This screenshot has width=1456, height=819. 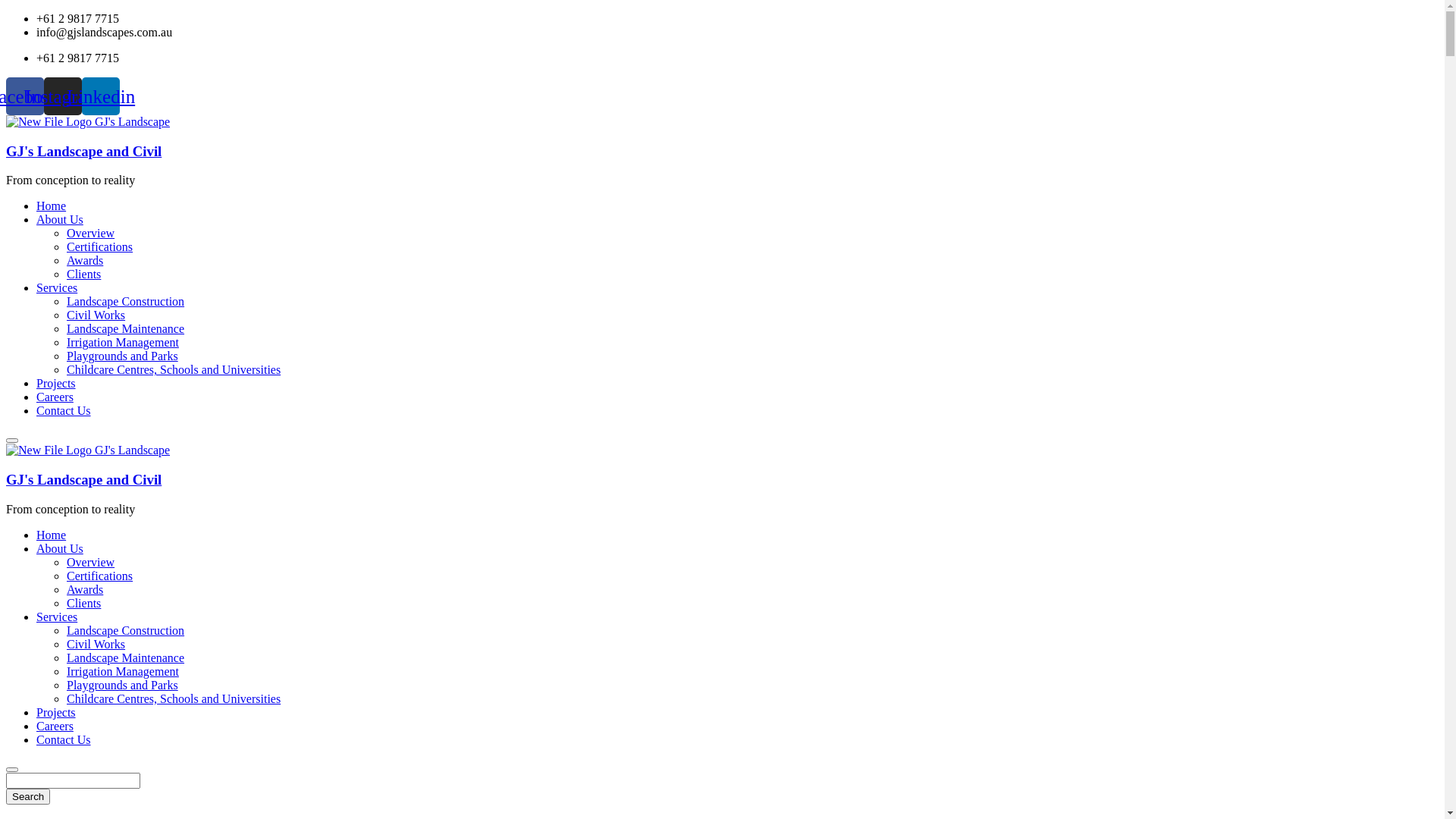 What do you see at coordinates (55, 712) in the screenshot?
I see `'Projects'` at bounding box center [55, 712].